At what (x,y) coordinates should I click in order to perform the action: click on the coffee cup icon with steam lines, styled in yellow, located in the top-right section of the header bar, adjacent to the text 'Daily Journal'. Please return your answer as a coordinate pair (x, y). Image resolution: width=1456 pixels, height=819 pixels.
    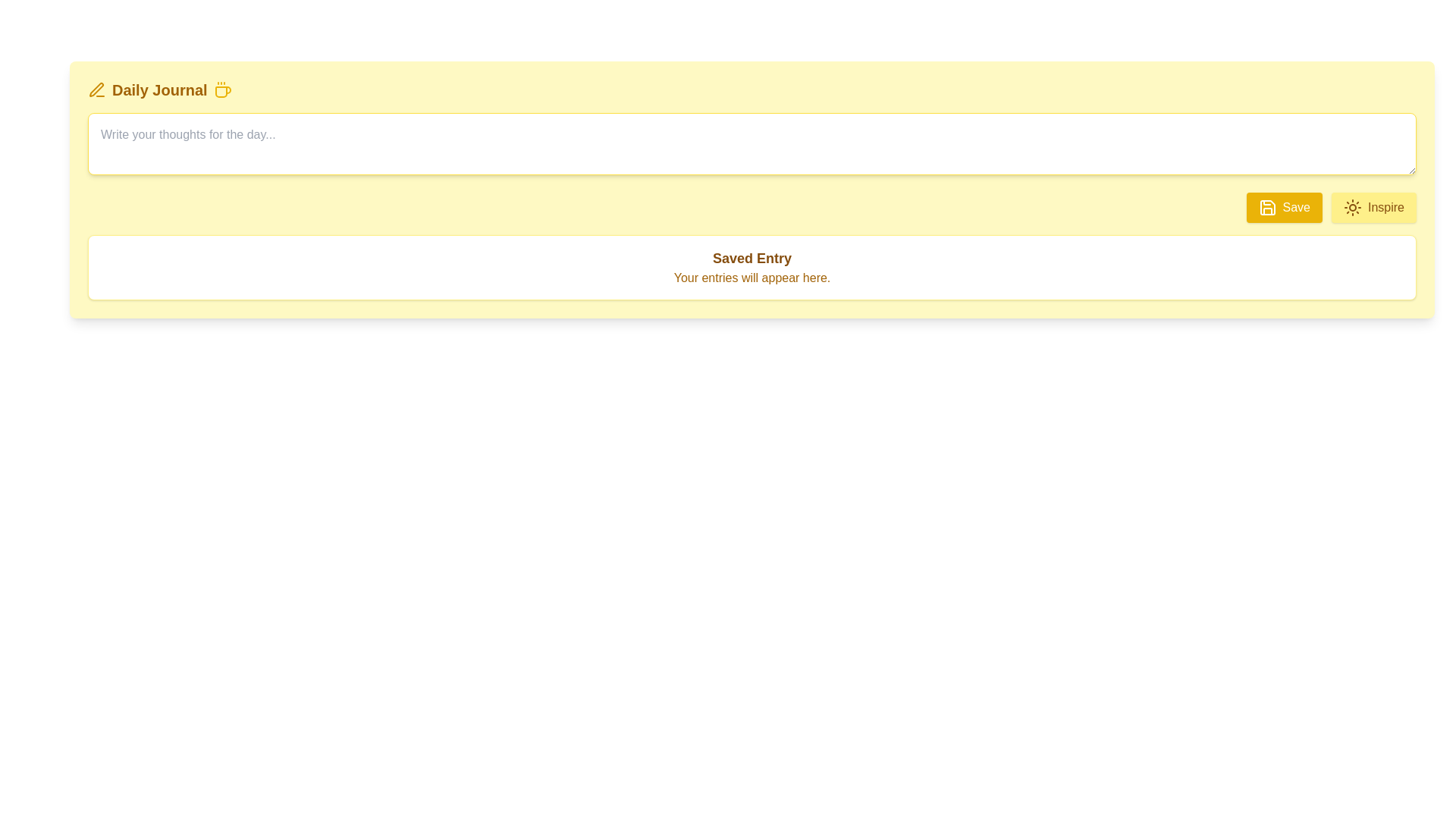
    Looking at the image, I should click on (221, 90).